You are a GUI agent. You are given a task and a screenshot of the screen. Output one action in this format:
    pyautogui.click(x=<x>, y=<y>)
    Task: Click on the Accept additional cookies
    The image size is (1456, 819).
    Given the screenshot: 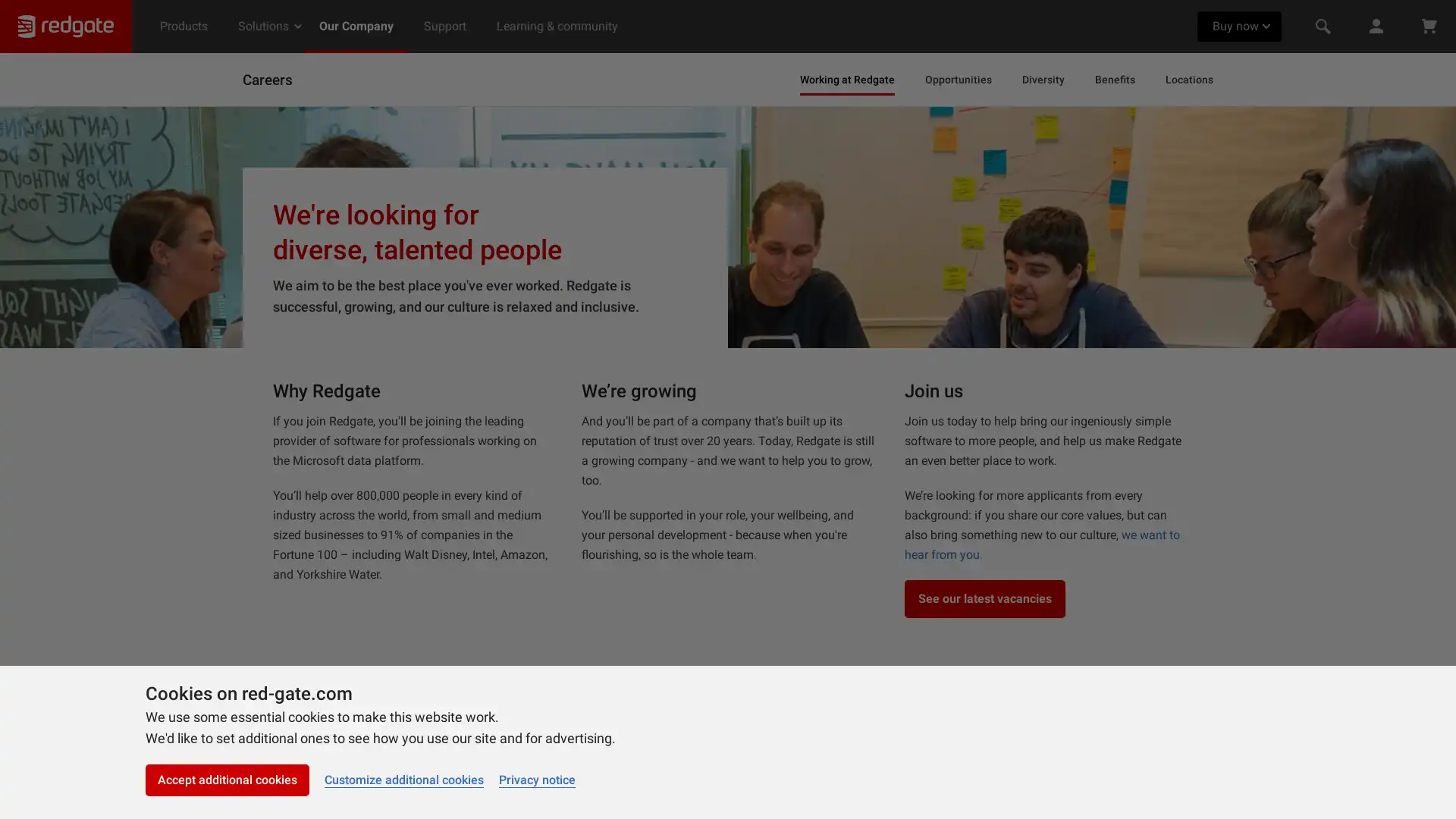 What is the action you would take?
    pyautogui.click(x=226, y=780)
    